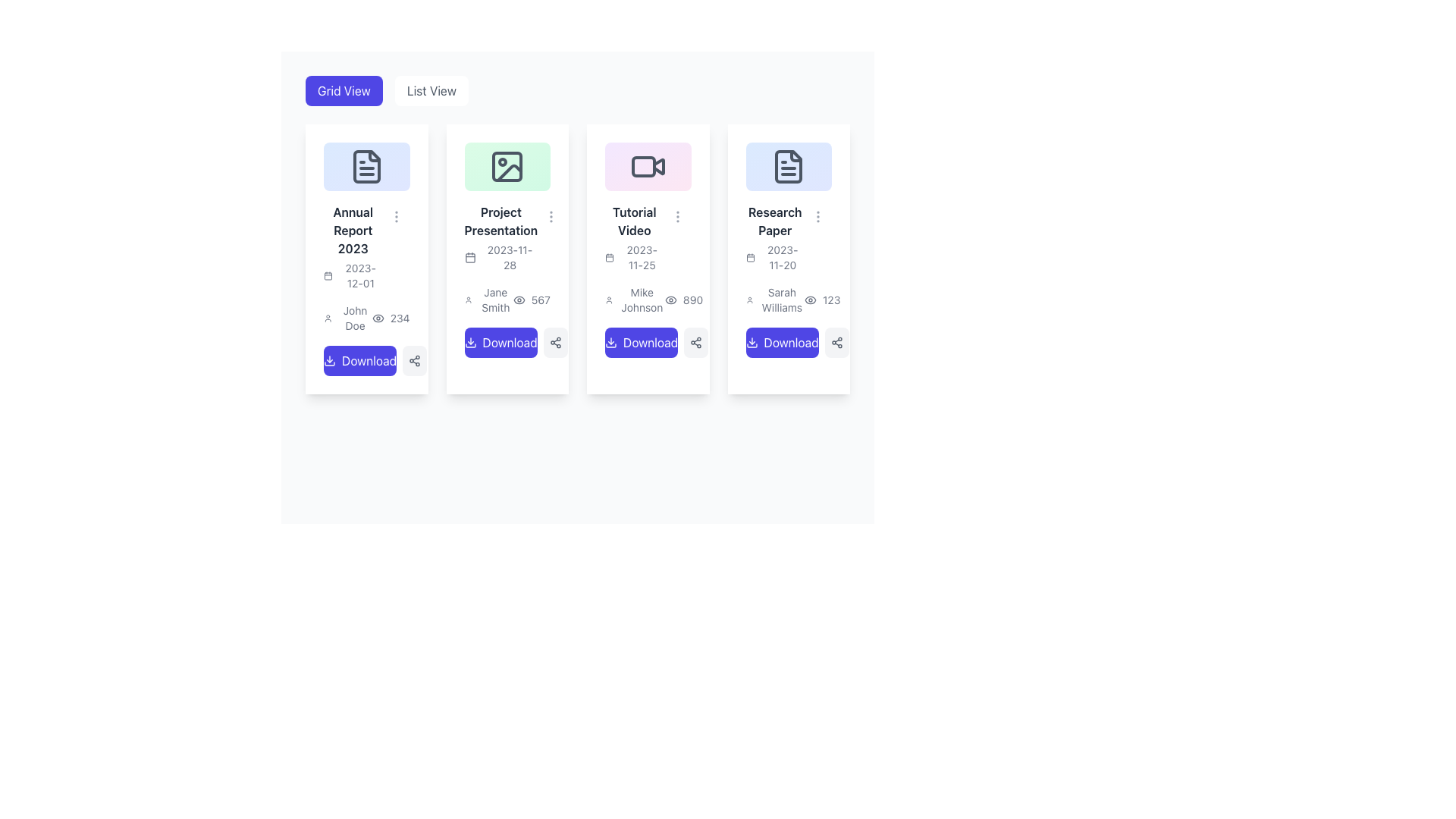 This screenshot has width=1456, height=819. I want to click on the sharing button located immediately to the right of the 'Download' button in the 'Research Paper' card, so click(836, 342).